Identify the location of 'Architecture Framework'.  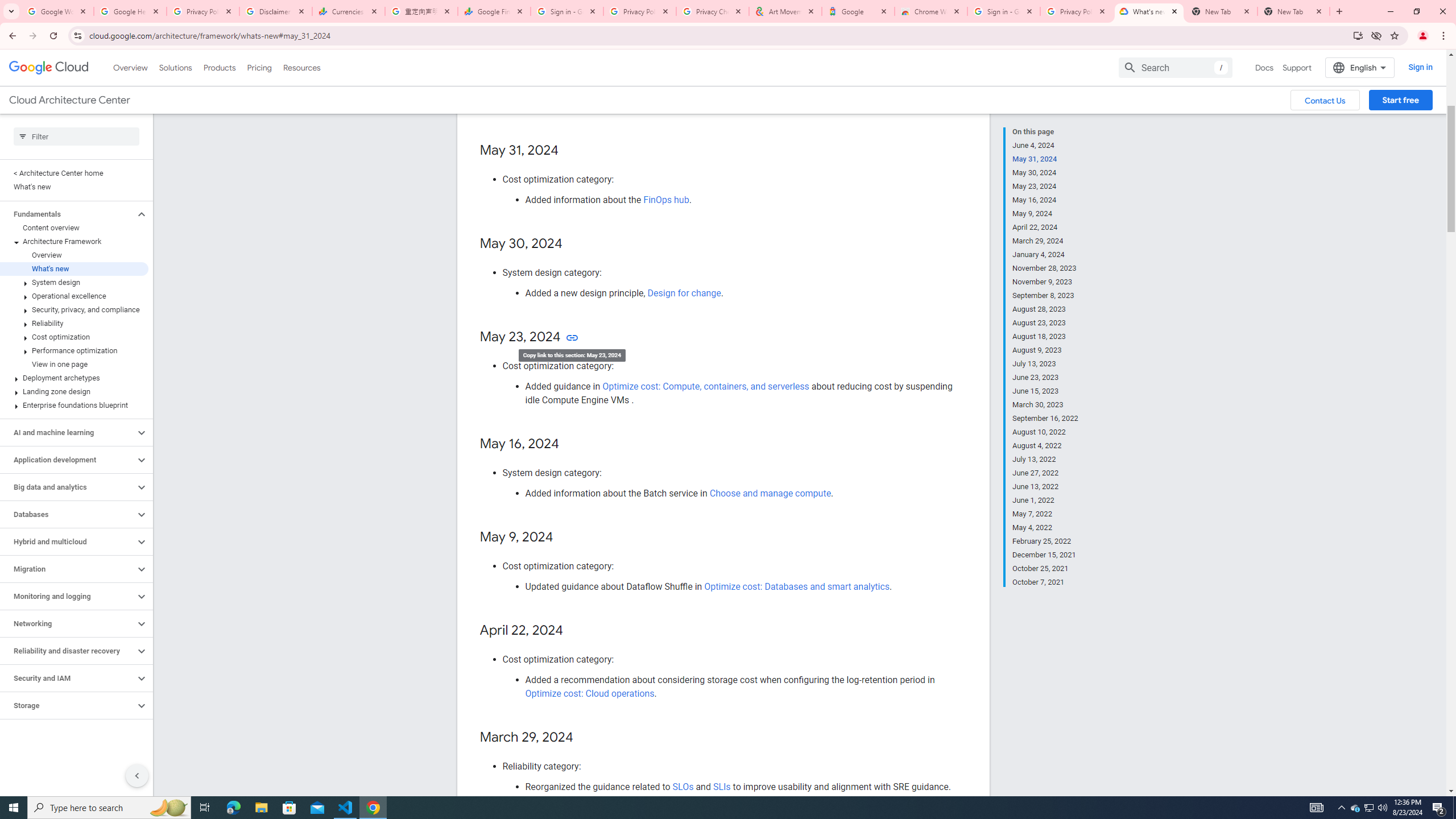
(74, 241).